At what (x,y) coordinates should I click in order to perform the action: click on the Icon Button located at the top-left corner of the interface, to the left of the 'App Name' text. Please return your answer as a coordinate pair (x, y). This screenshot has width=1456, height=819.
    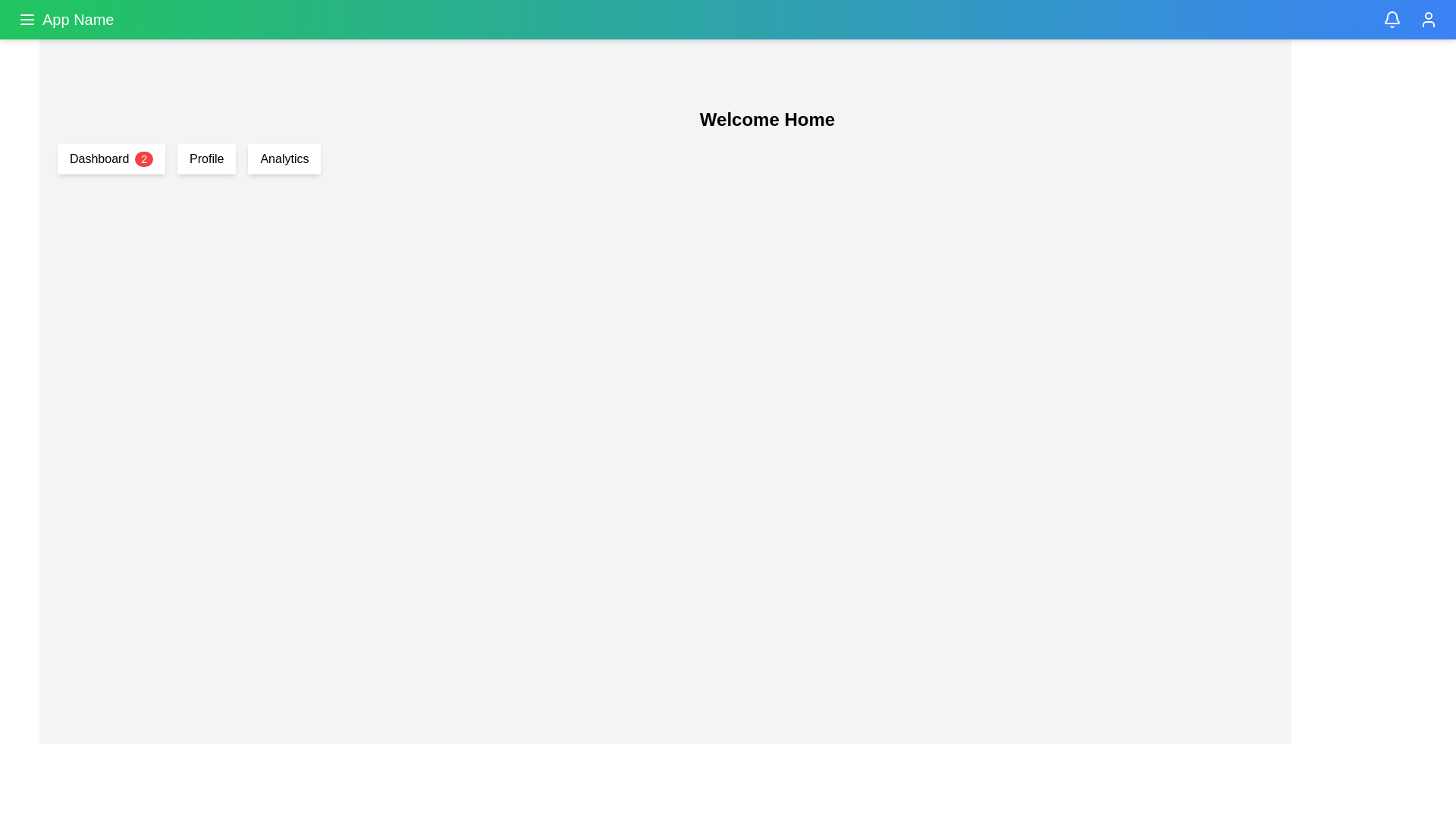
    Looking at the image, I should click on (27, 20).